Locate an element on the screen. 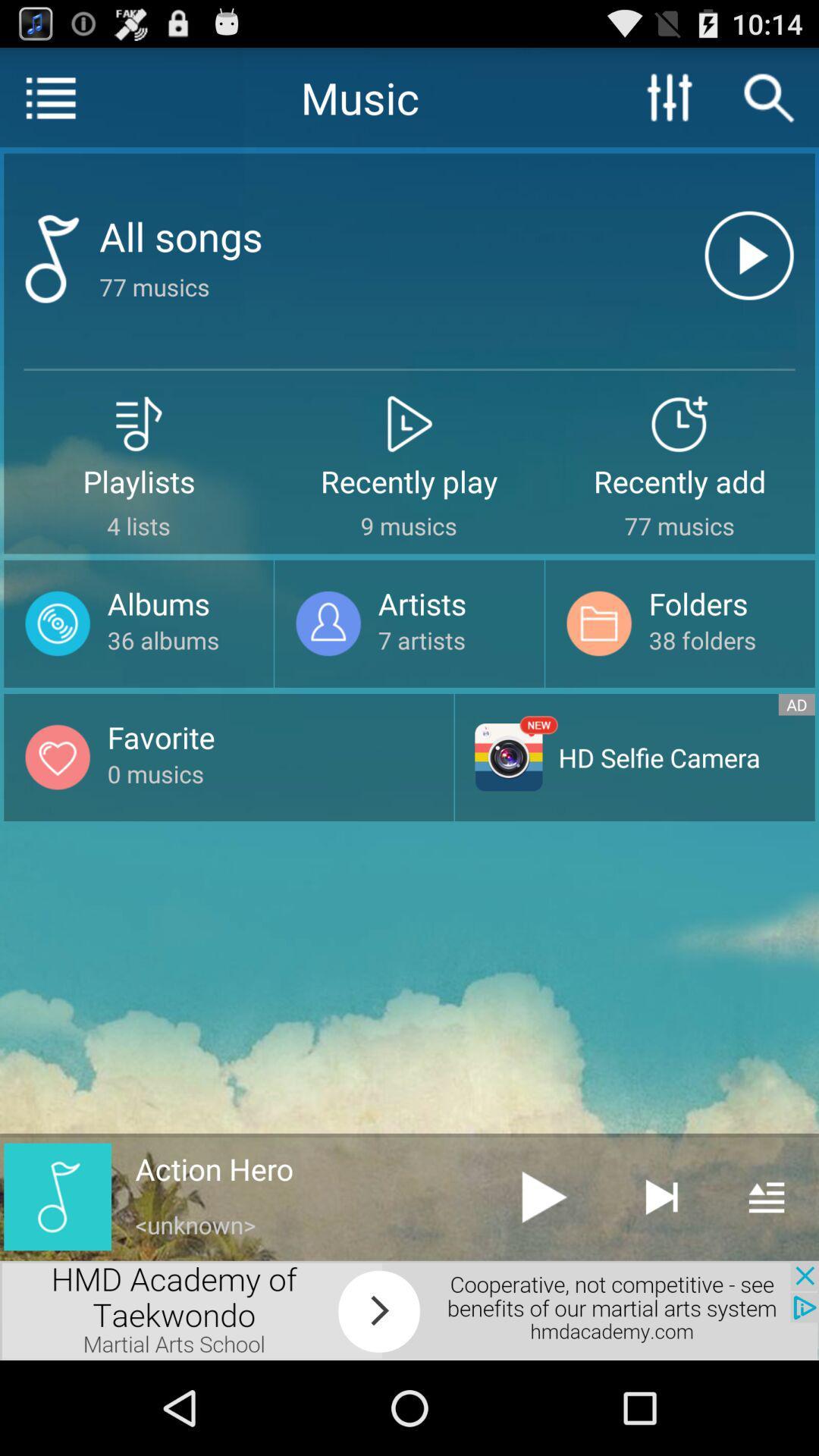 The height and width of the screenshot is (1456, 819). the icon beside albums is located at coordinates (57, 623).